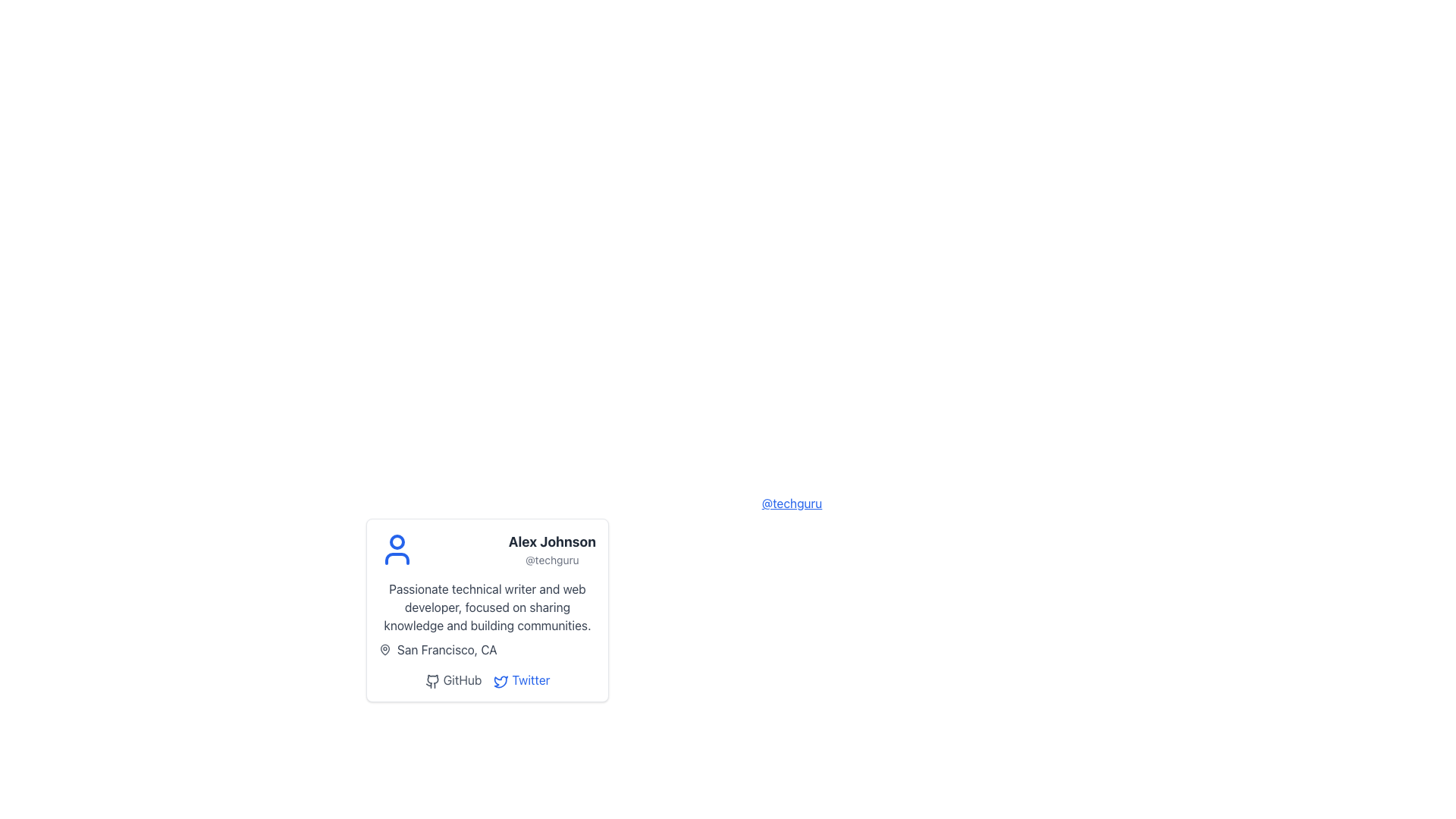 The width and height of the screenshot is (1456, 819). Describe the element at coordinates (791, 503) in the screenshot. I see `the hyperlink located towards the middle-right of the interface above the detailed user profile section` at that location.